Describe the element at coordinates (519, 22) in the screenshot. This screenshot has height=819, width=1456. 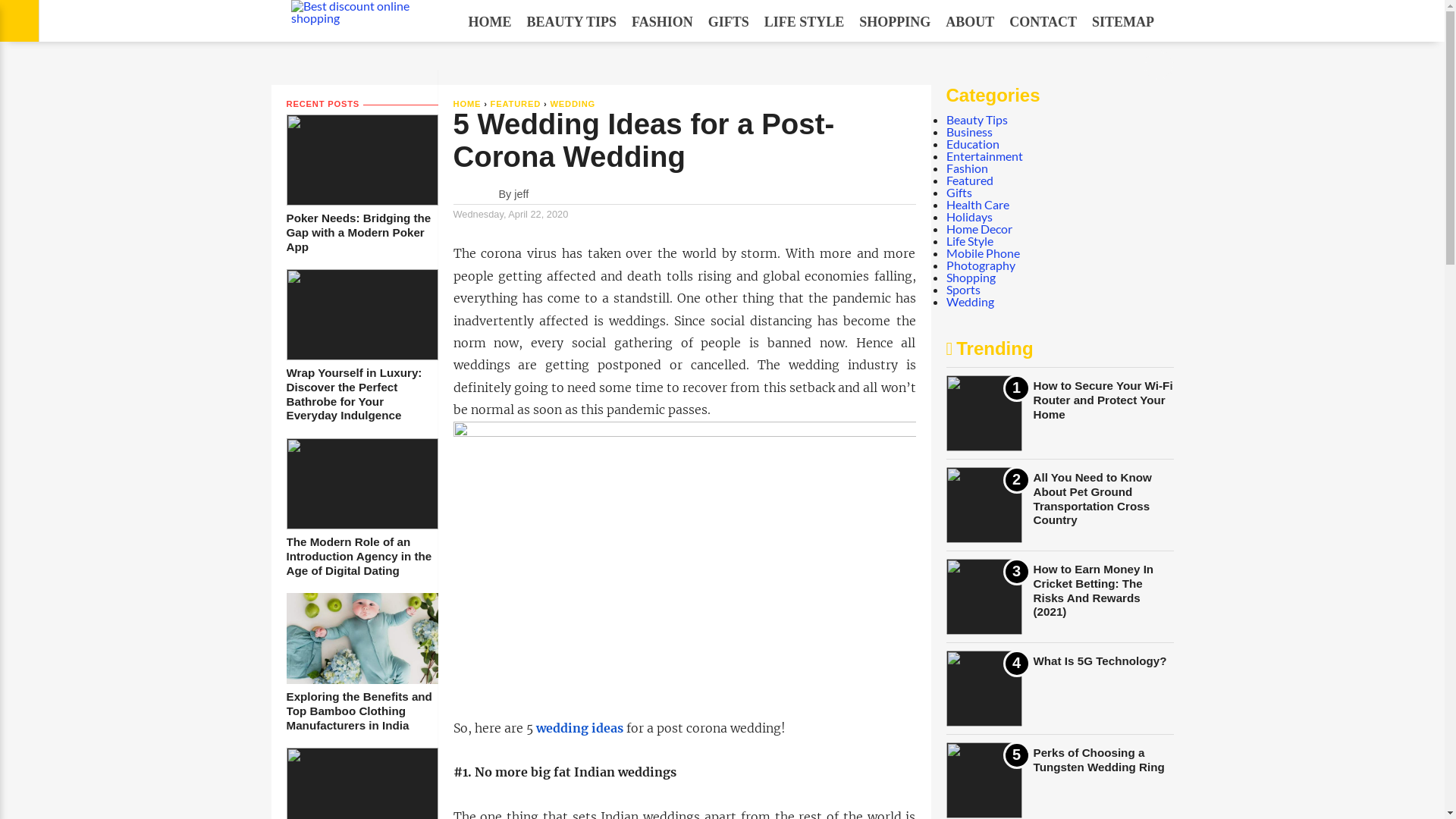
I see `'BEAUTY TIPS'` at that location.